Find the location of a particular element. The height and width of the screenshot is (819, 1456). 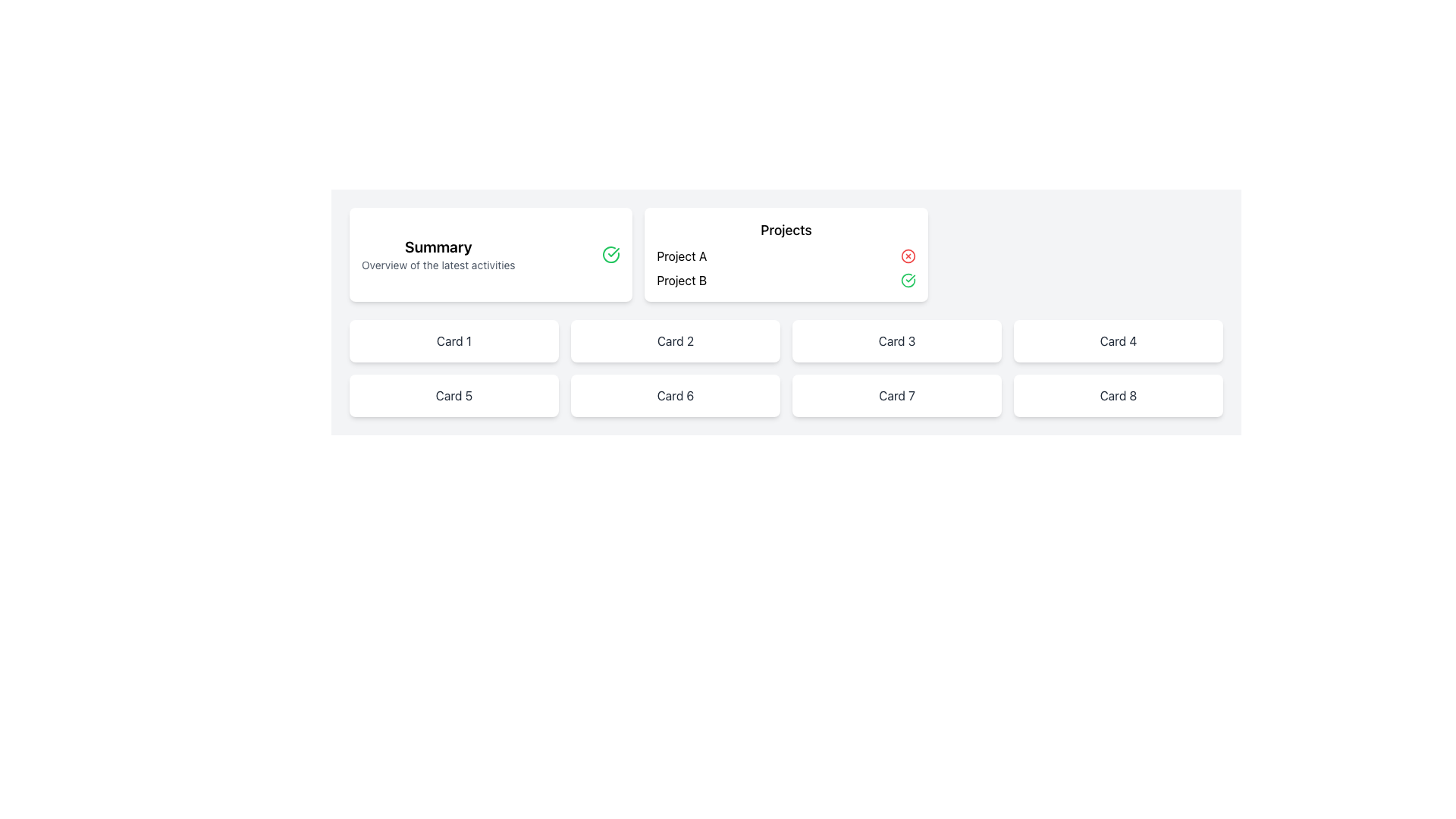

the rectangular card labeled 'Card 2' which has a white background, rounded corners, and is located in the first row of a grid layout between 'Card 1' and 'Card 3' is located at coordinates (675, 341).